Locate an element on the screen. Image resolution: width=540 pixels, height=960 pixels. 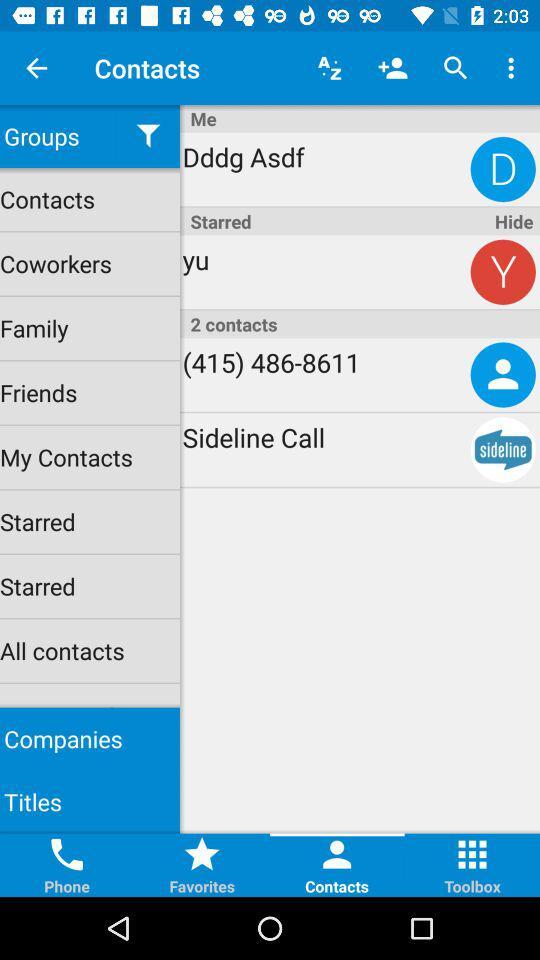
the filter icon is located at coordinates (147, 135).